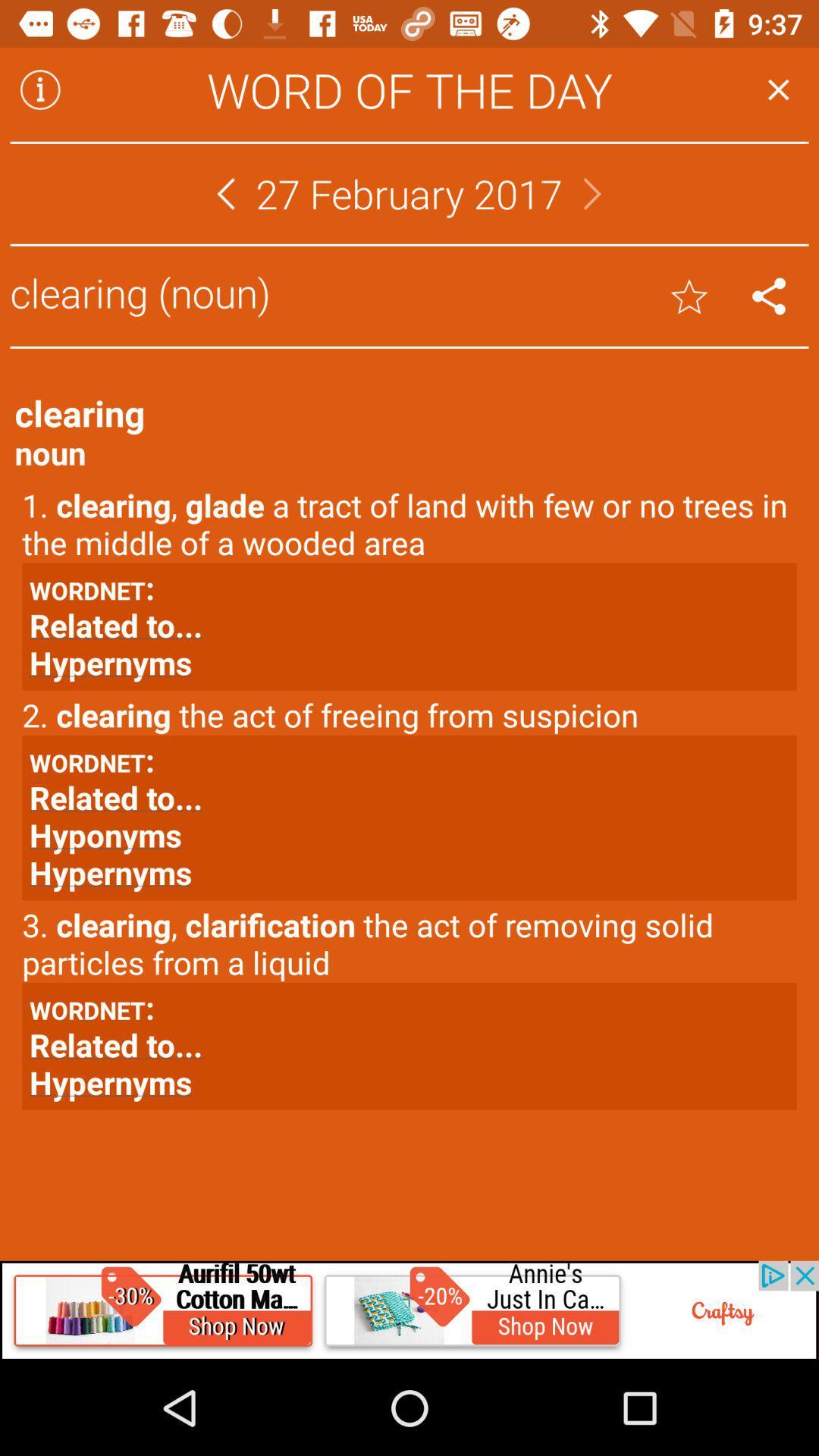 The image size is (819, 1456). What do you see at coordinates (769, 296) in the screenshot?
I see `share` at bounding box center [769, 296].